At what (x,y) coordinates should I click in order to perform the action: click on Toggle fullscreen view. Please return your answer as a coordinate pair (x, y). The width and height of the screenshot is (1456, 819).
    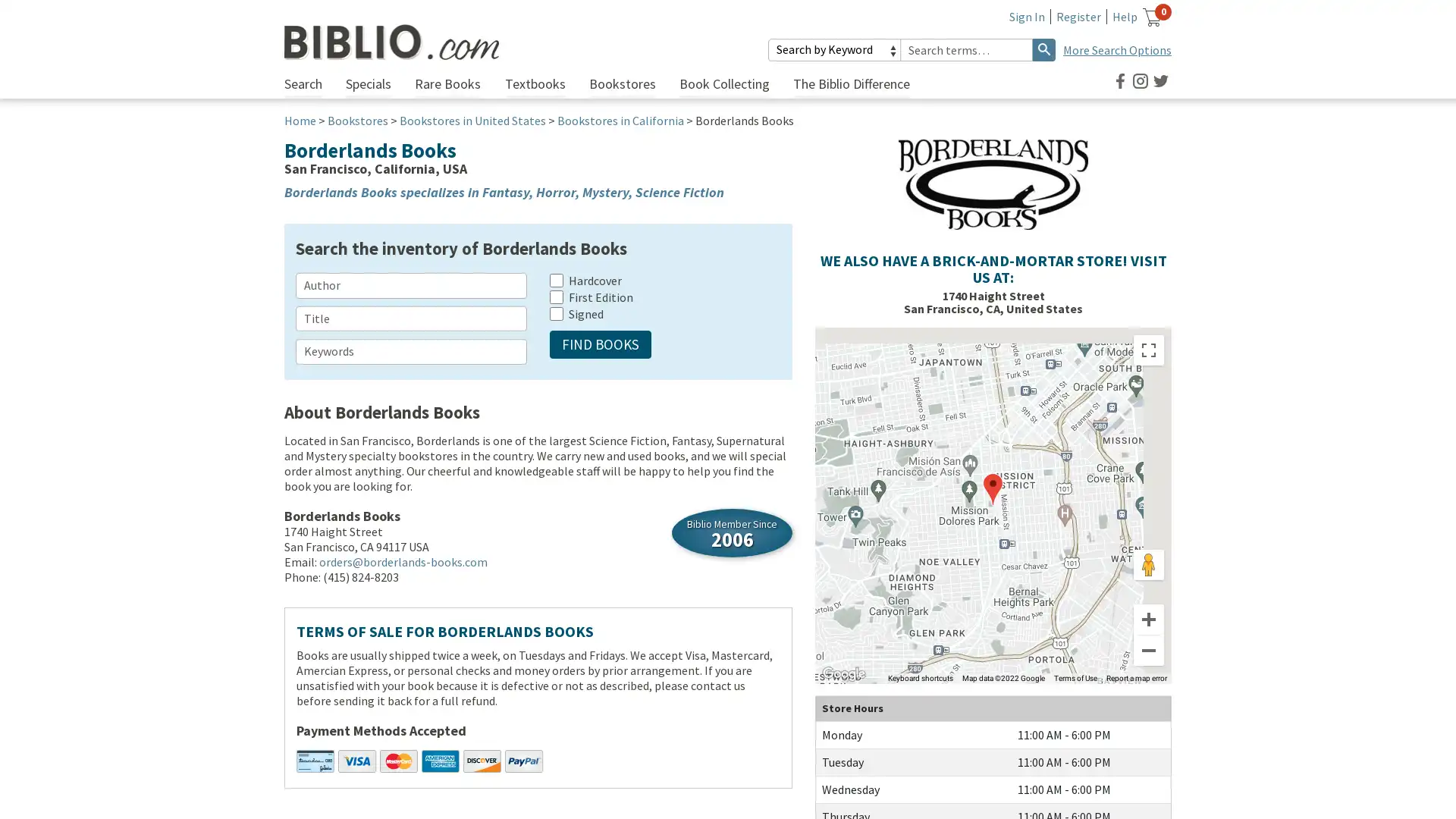
    Looking at the image, I should click on (1149, 350).